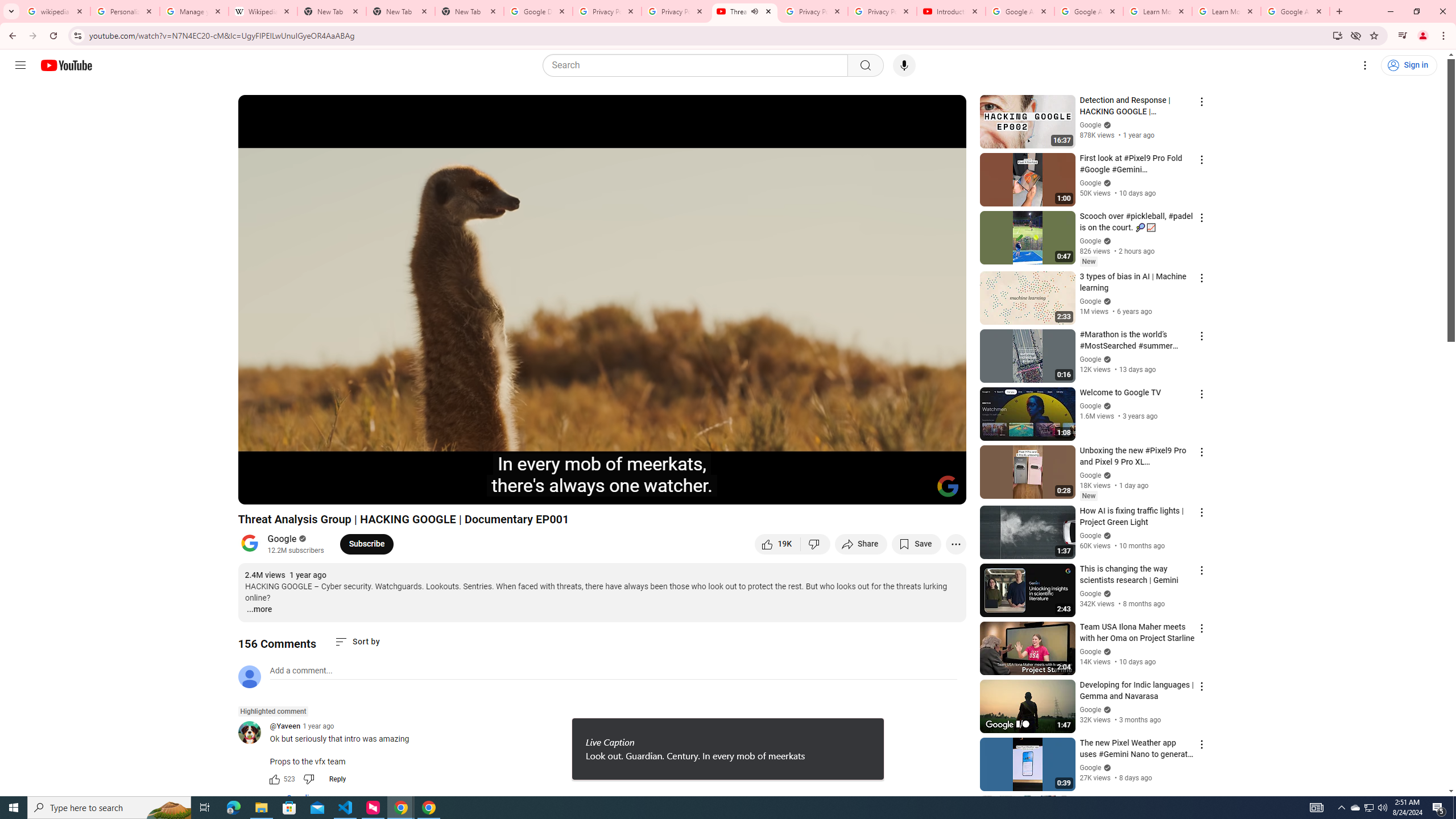 This screenshot has height=819, width=1456. What do you see at coordinates (125, 11) in the screenshot?
I see `'Personalization & Google Search results - Google Search Help'` at bounding box center [125, 11].